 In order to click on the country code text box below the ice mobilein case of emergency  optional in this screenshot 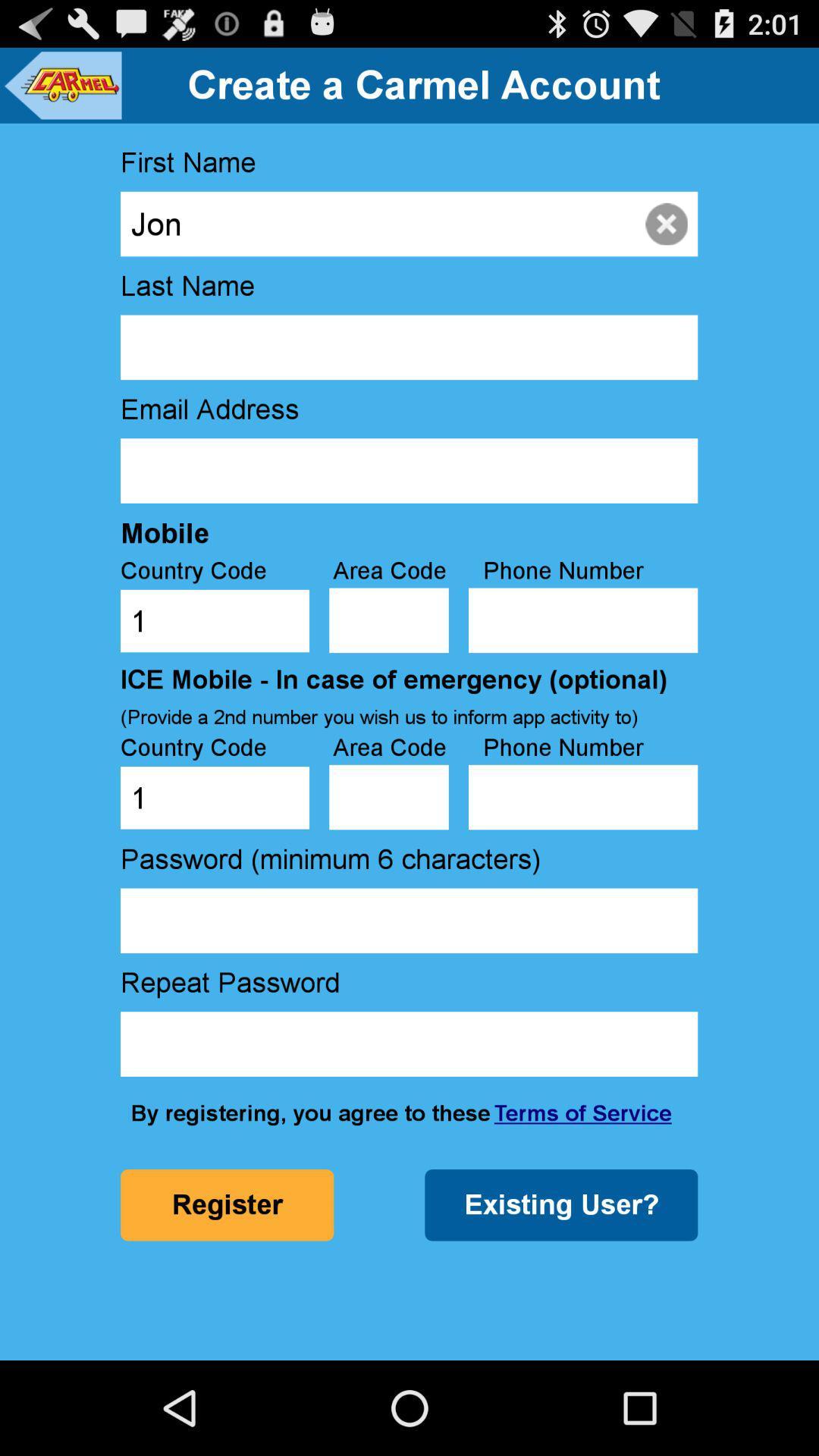, I will do `click(215, 797)`.